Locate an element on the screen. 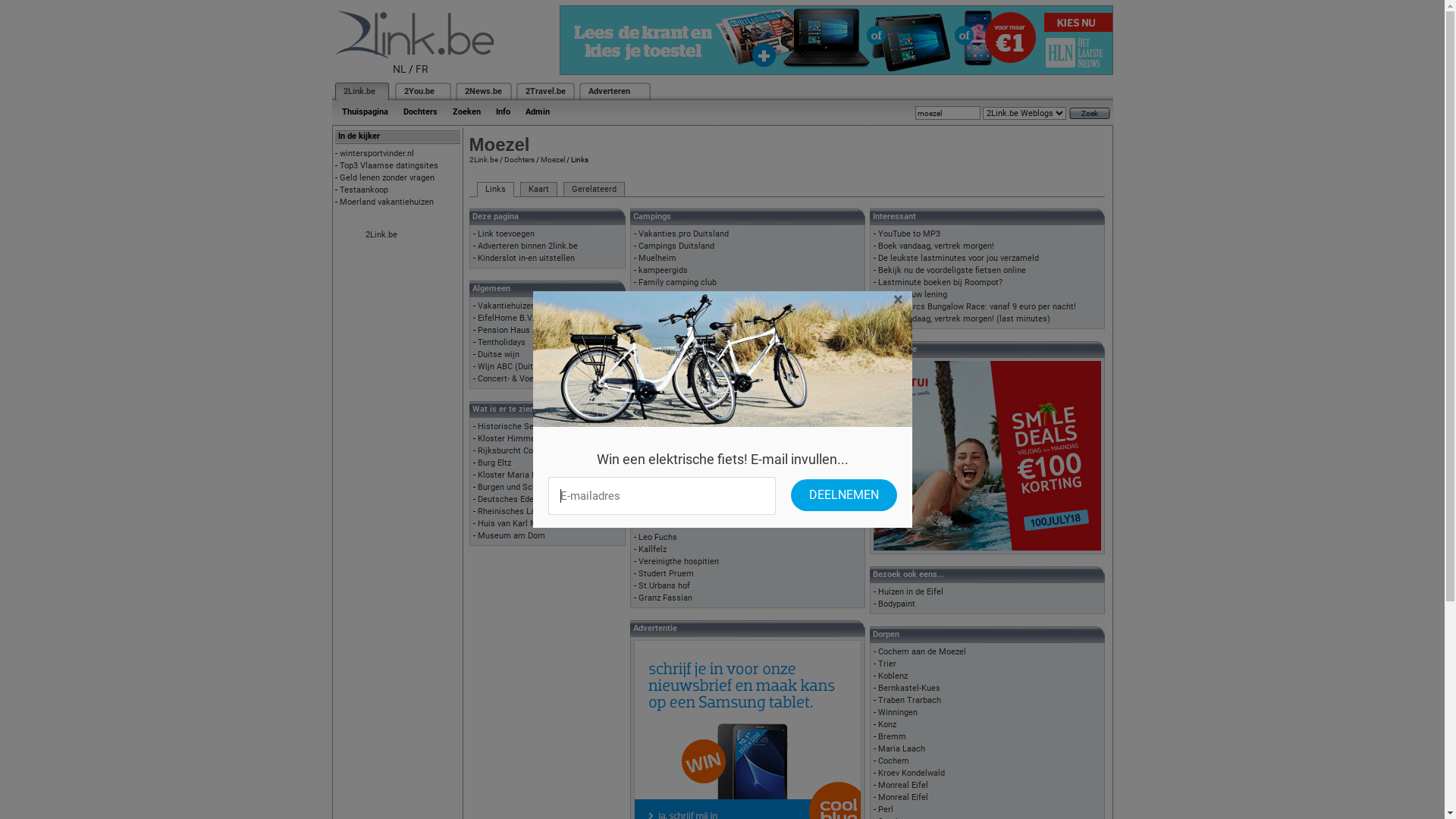 Image resolution: width=1456 pixels, height=819 pixels. 'Kaart' is located at coordinates (538, 189).